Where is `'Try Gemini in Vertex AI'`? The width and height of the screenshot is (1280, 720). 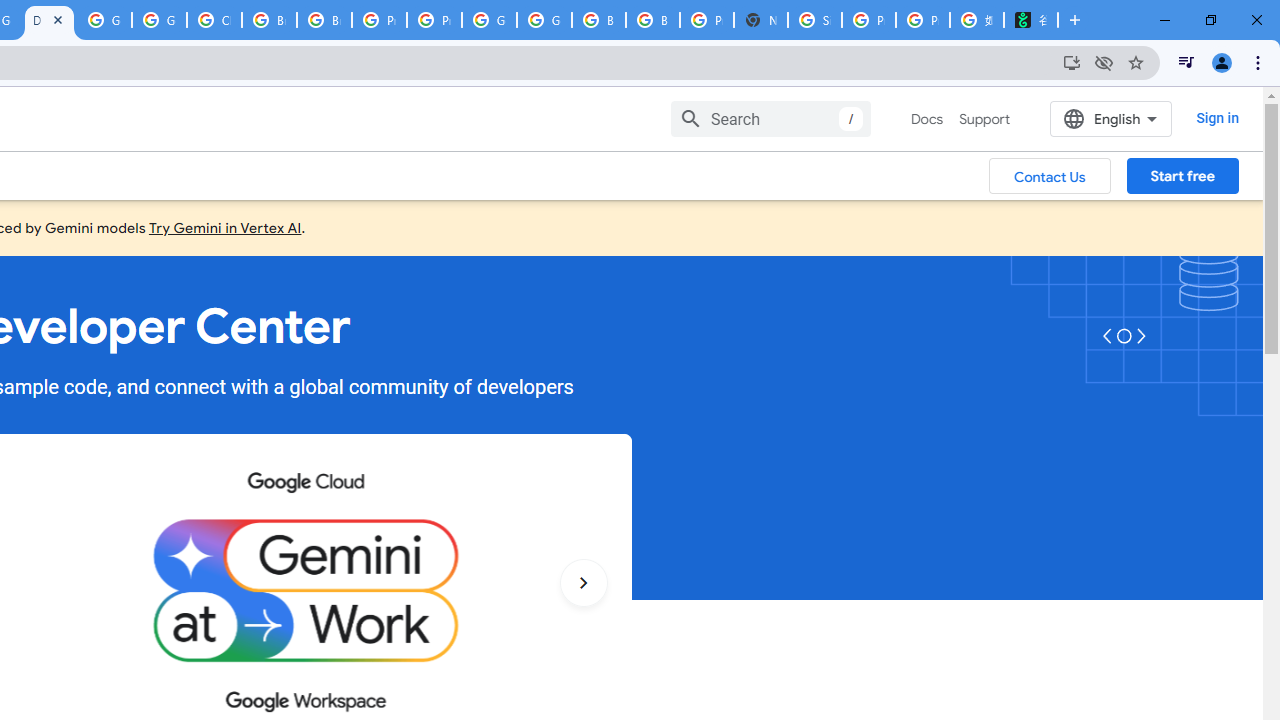
'Try Gemini in Vertex AI' is located at coordinates (225, 226).